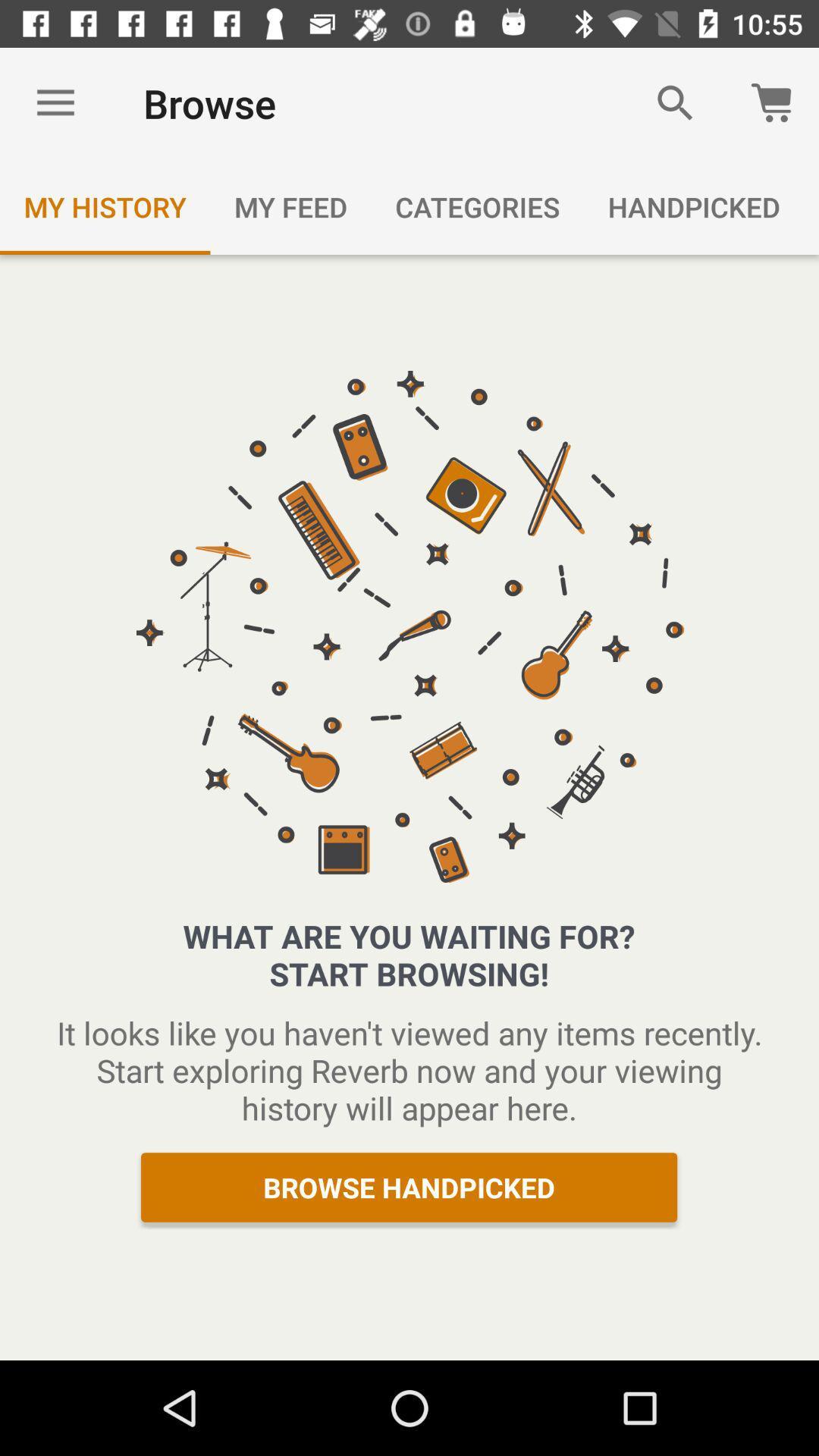 Image resolution: width=819 pixels, height=1456 pixels. Describe the element at coordinates (476, 206) in the screenshot. I see `the text categories` at that location.